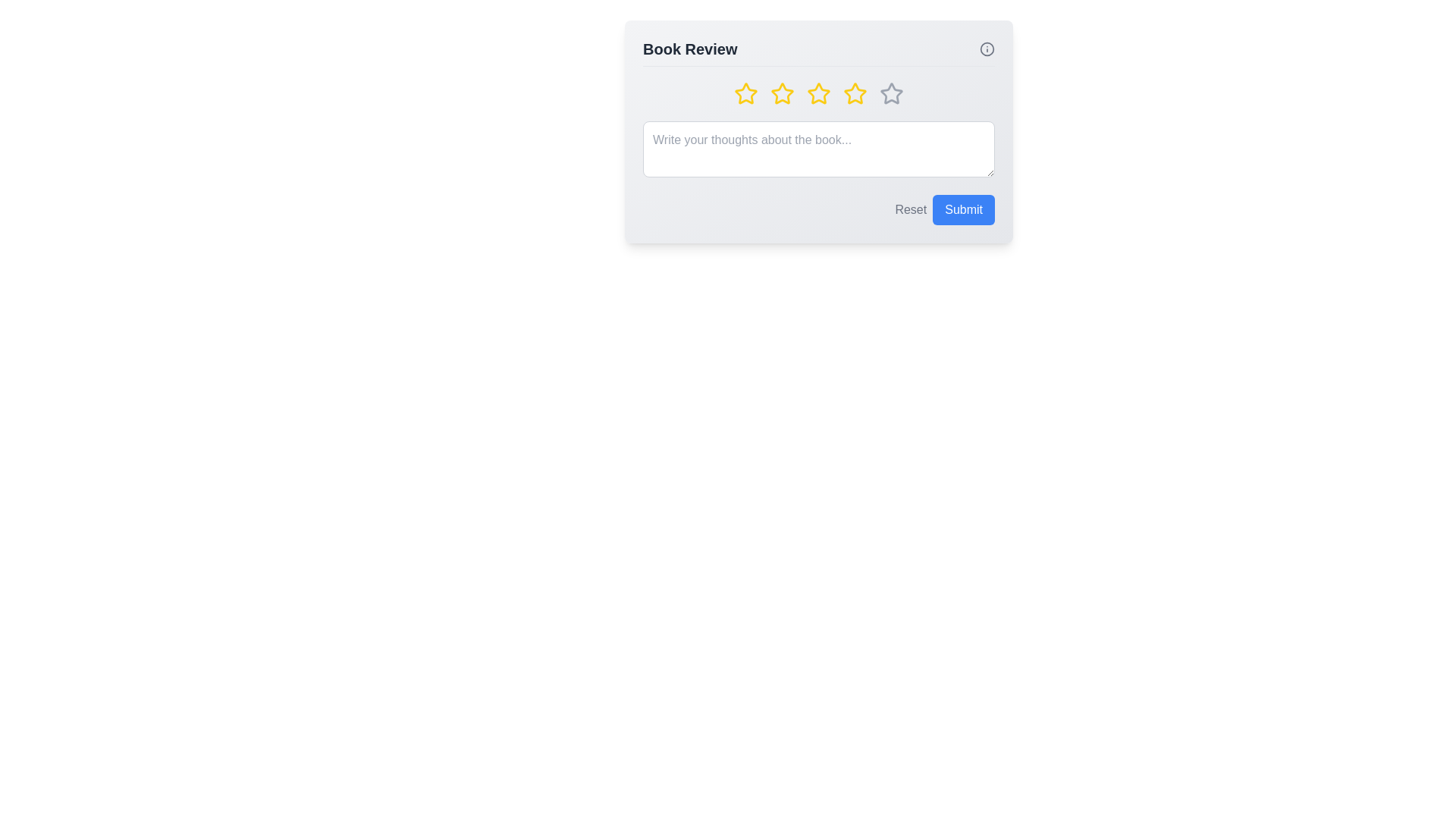  I want to click on the star corresponding to the desired rating 3, so click(818, 93).